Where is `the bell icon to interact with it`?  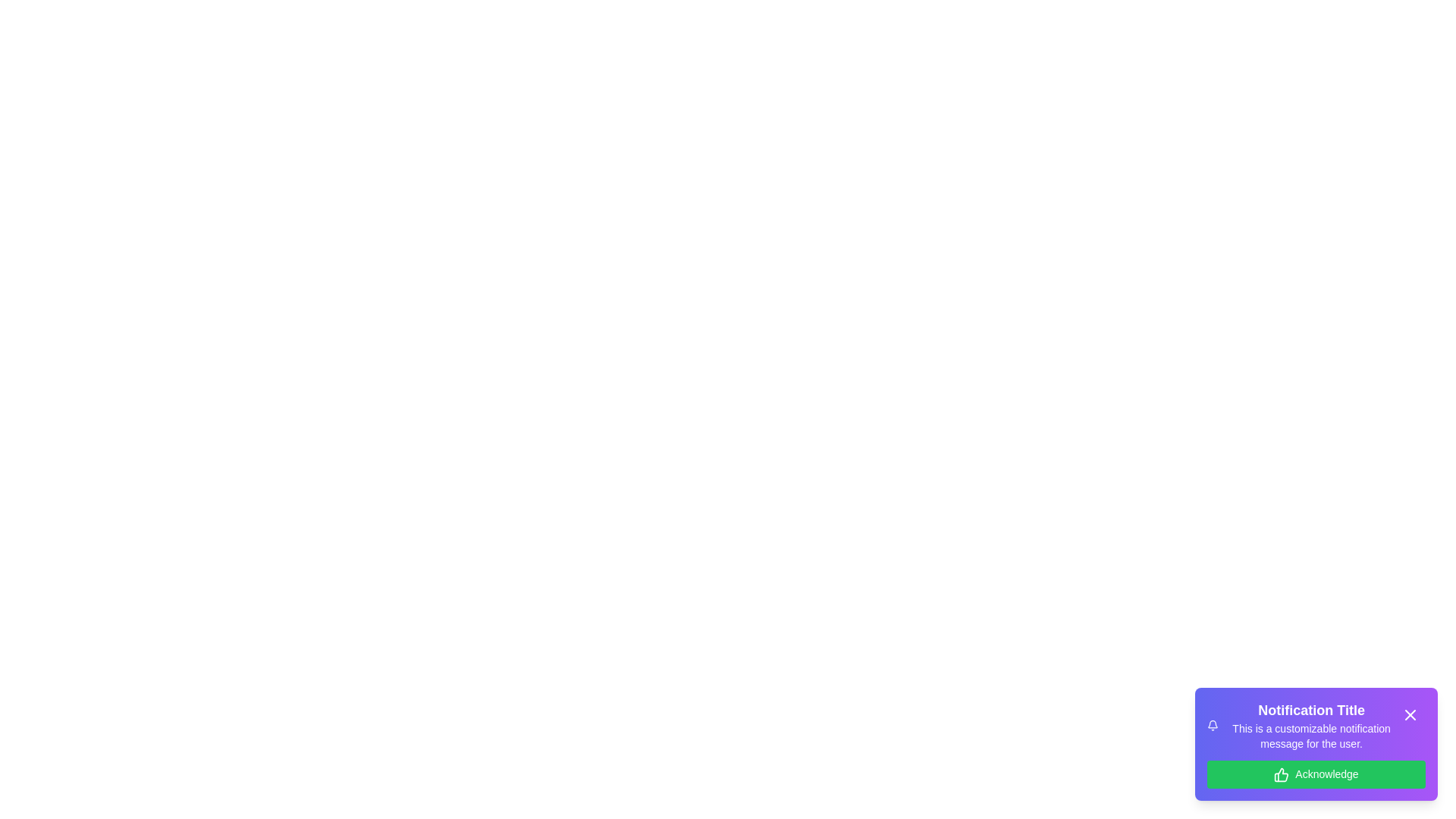 the bell icon to interact with it is located at coordinates (1212, 724).